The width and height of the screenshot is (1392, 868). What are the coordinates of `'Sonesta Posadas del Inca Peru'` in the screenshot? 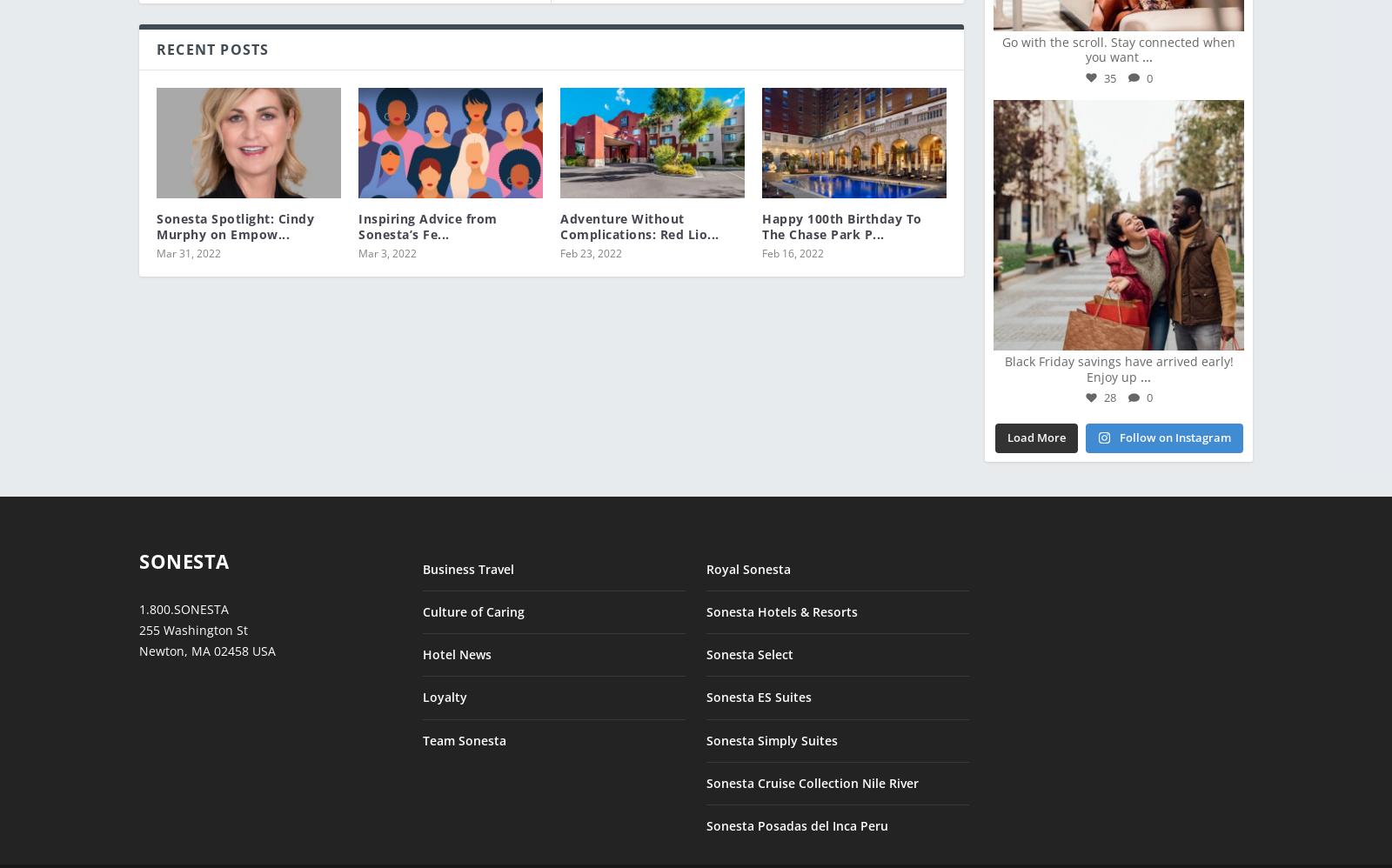 It's located at (796, 812).